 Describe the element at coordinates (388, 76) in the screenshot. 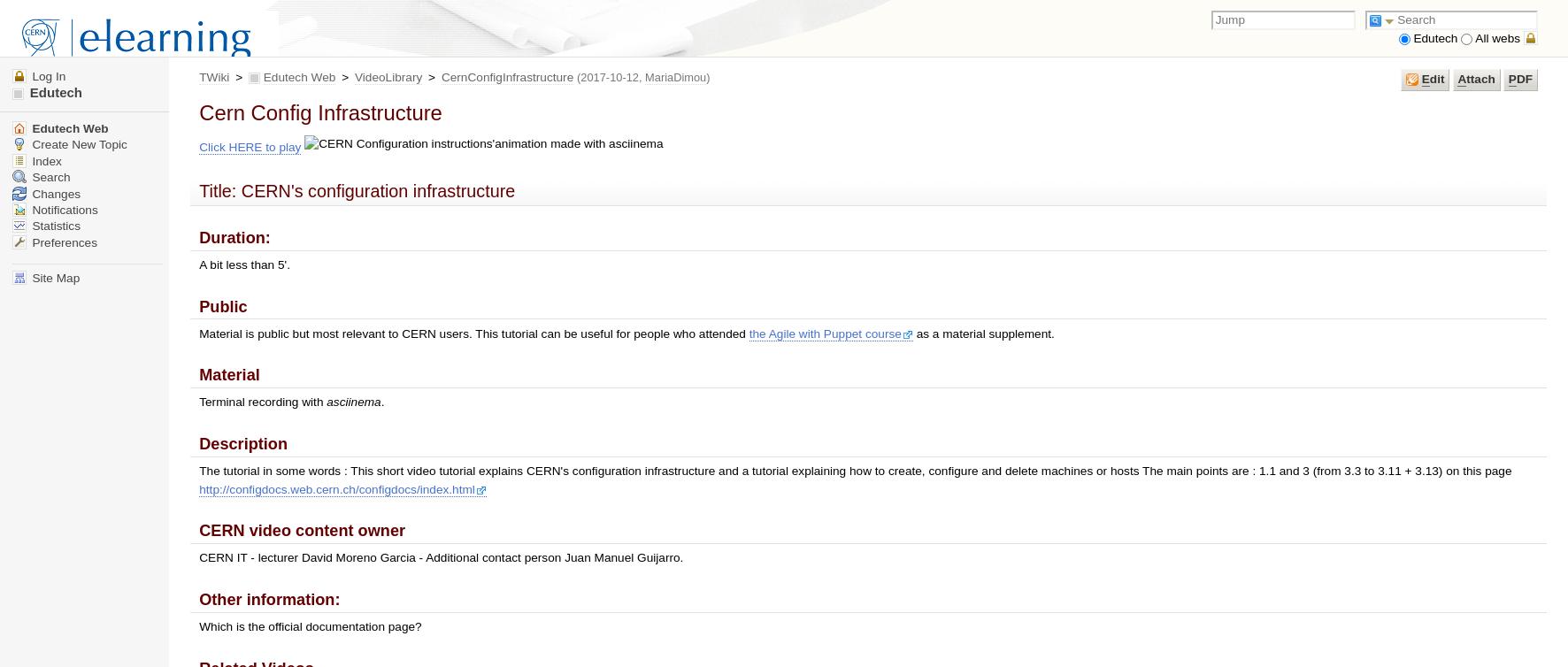

I see `'VideoLibrary'` at that location.